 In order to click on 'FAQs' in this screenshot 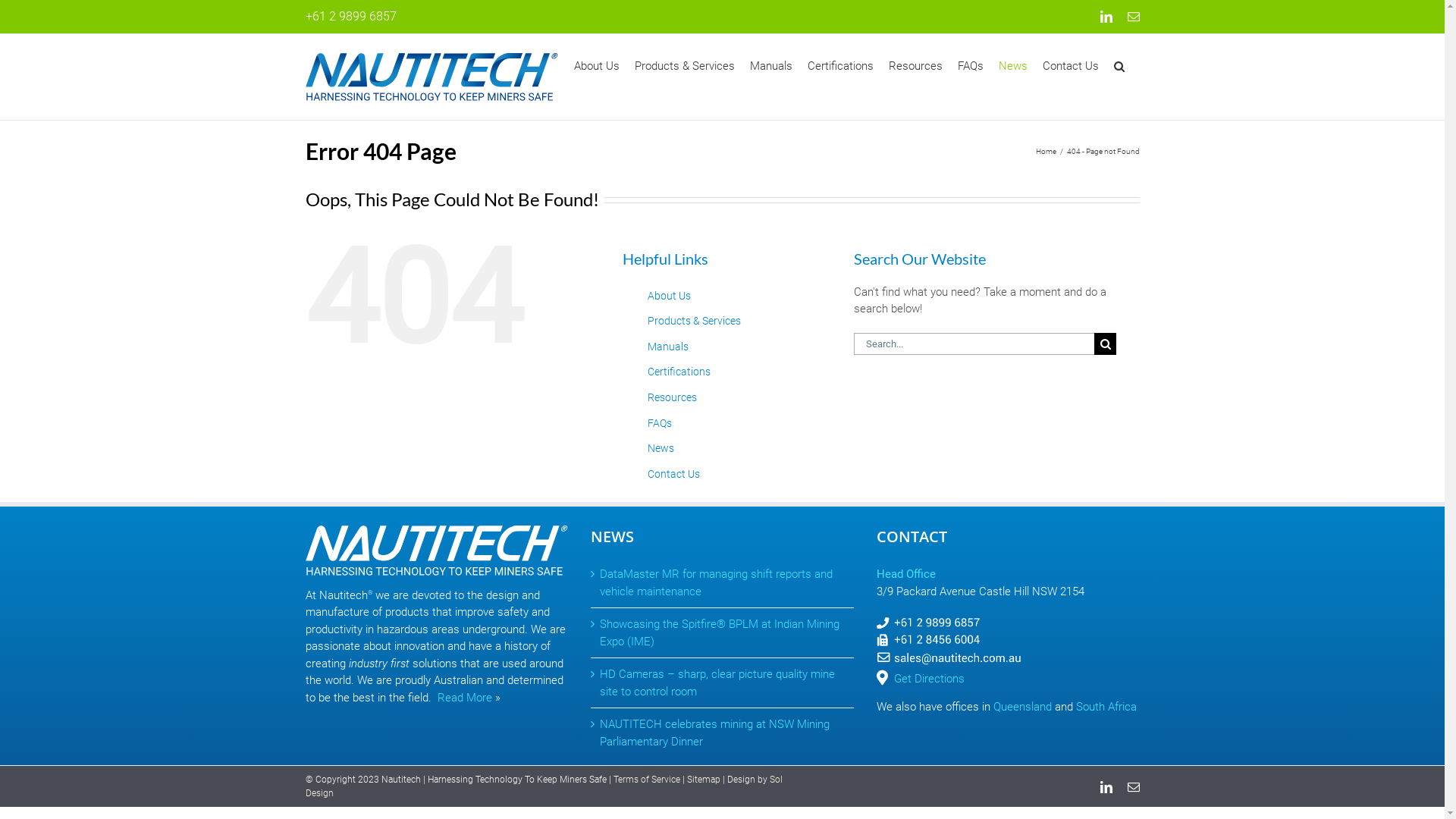, I will do `click(968, 65)`.